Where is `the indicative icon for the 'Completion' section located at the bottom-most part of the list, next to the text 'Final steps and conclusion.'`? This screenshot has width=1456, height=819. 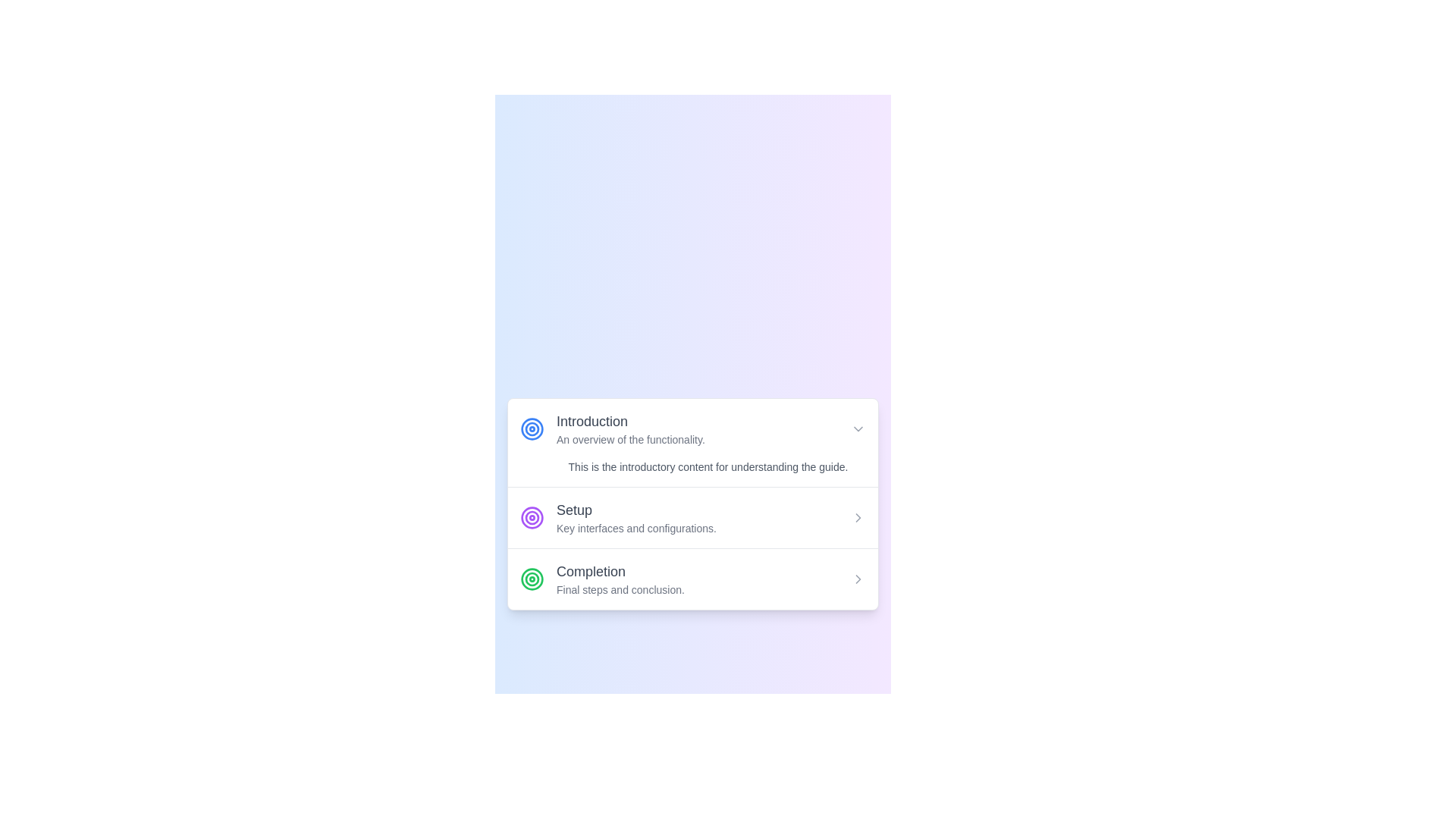 the indicative icon for the 'Completion' section located at the bottom-most part of the list, next to the text 'Final steps and conclusion.' is located at coordinates (532, 579).